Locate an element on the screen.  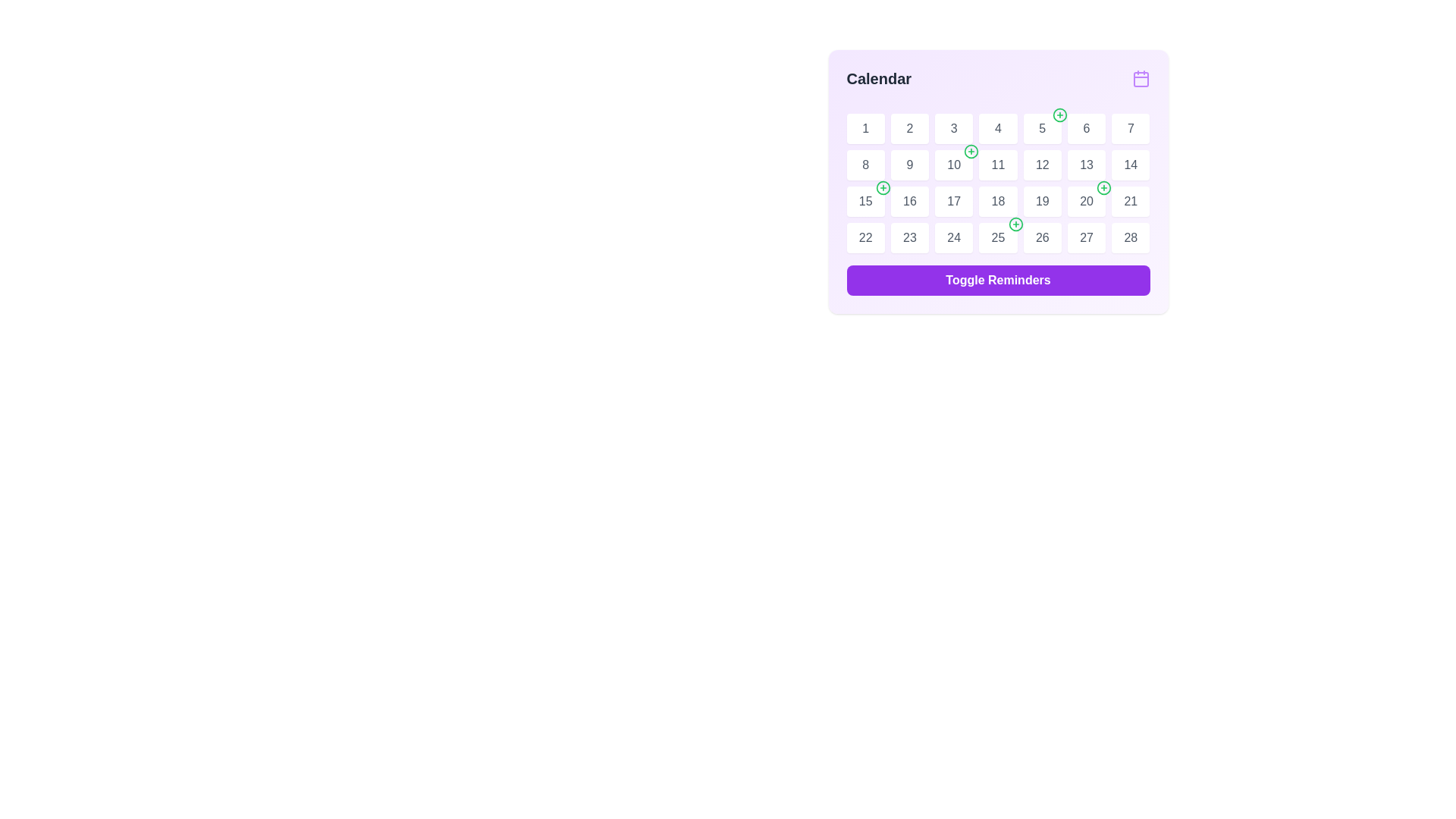
the label displaying the number '21' in the calendar grid, which is located in the third row and third column of the interface is located at coordinates (1131, 200).